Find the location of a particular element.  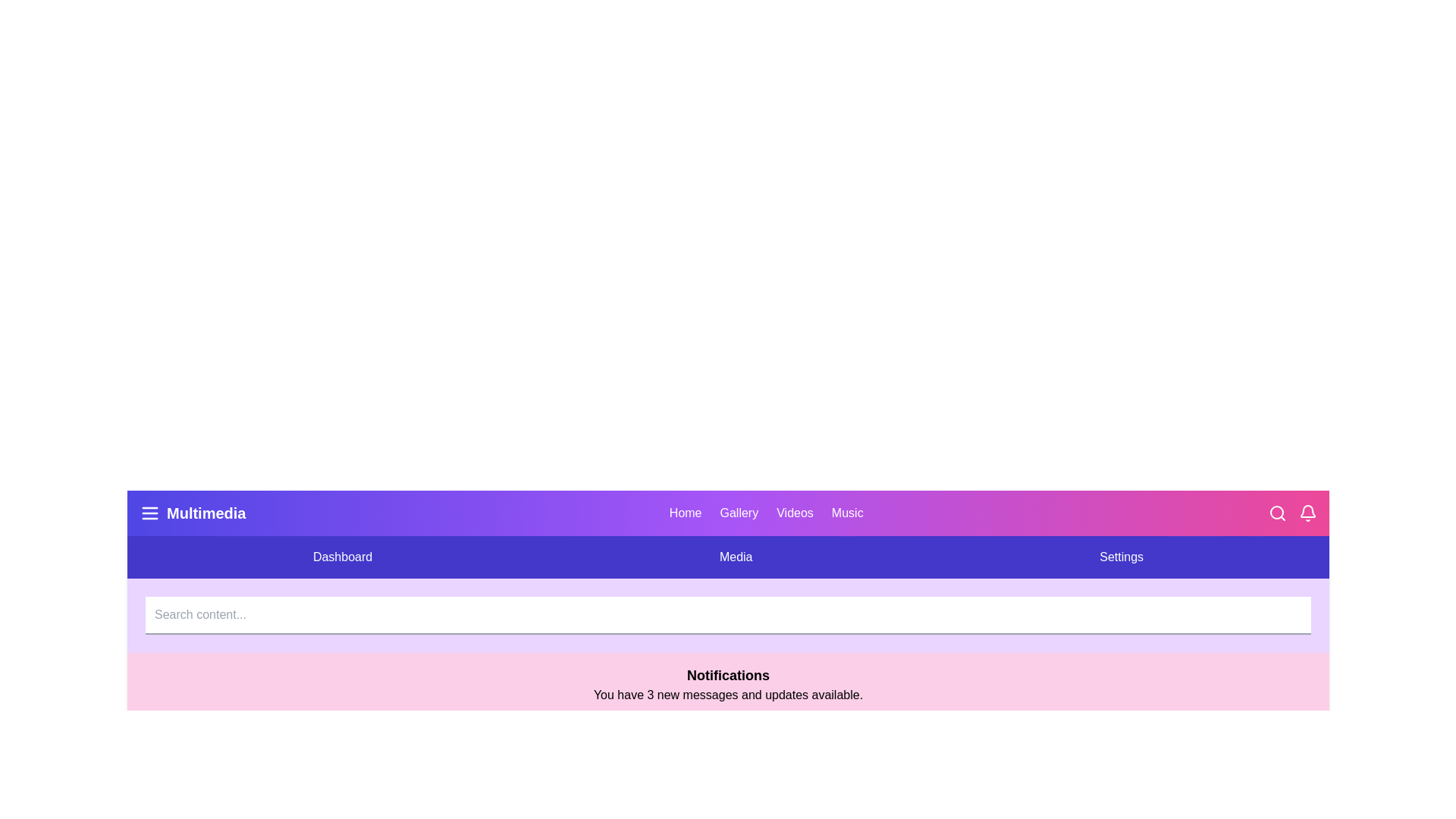

the Bell icon to toggle the notifications panel visibility is located at coordinates (1307, 513).